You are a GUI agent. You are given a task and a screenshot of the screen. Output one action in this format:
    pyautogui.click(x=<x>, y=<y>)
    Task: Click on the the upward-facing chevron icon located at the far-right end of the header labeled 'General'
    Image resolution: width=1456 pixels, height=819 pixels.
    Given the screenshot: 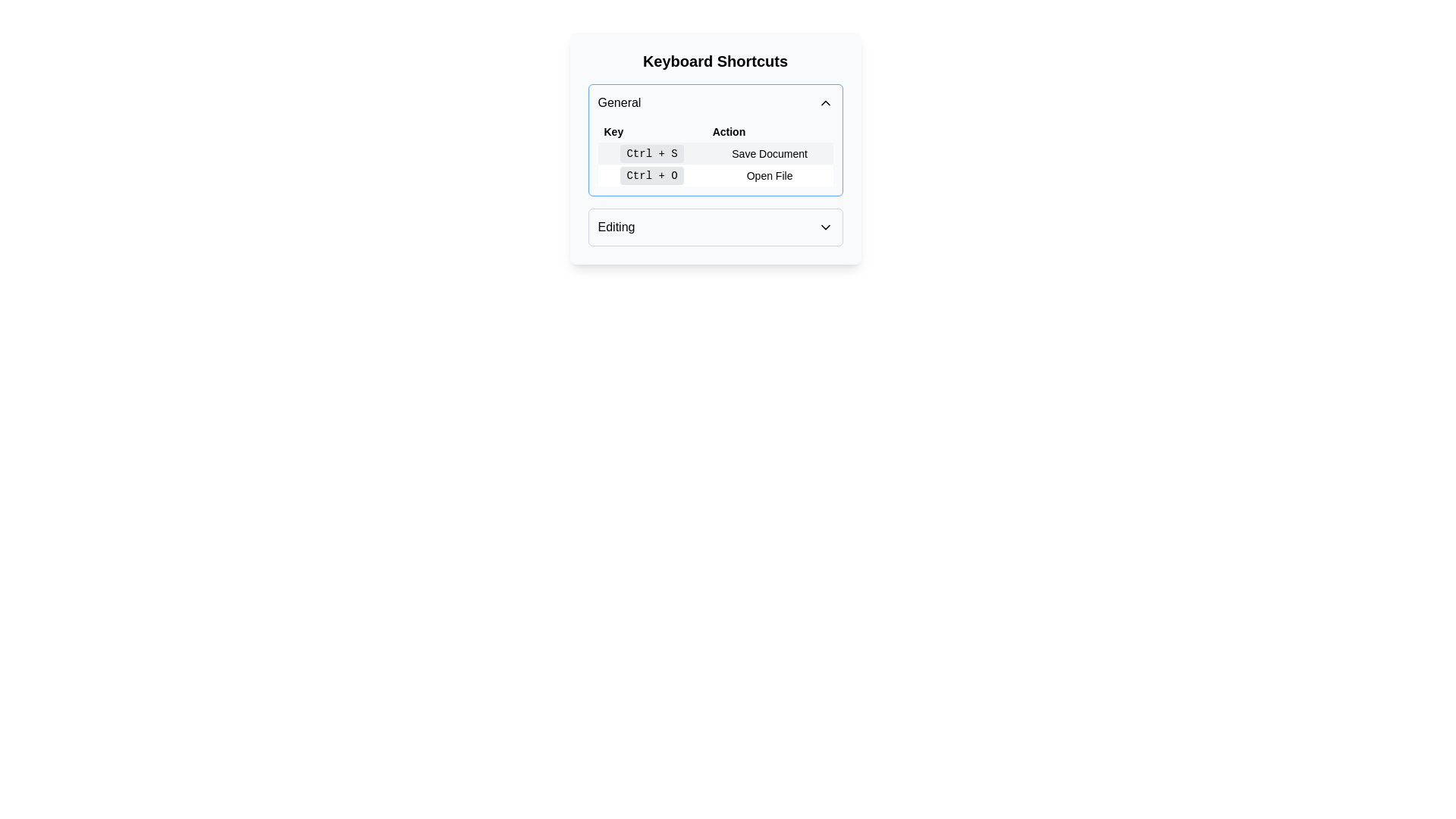 What is the action you would take?
    pyautogui.click(x=824, y=102)
    